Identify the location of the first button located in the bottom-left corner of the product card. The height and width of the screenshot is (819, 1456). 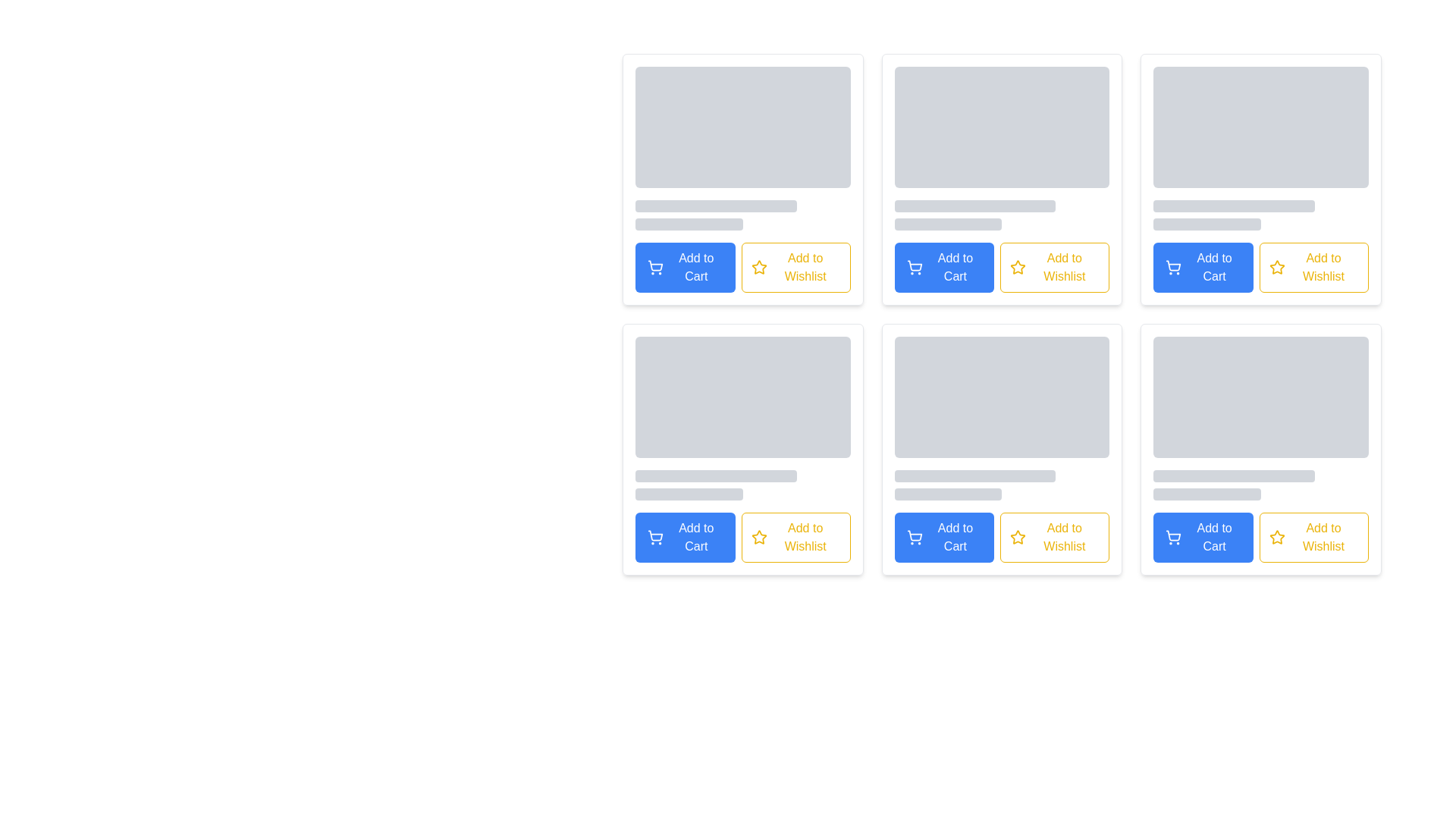
(684, 537).